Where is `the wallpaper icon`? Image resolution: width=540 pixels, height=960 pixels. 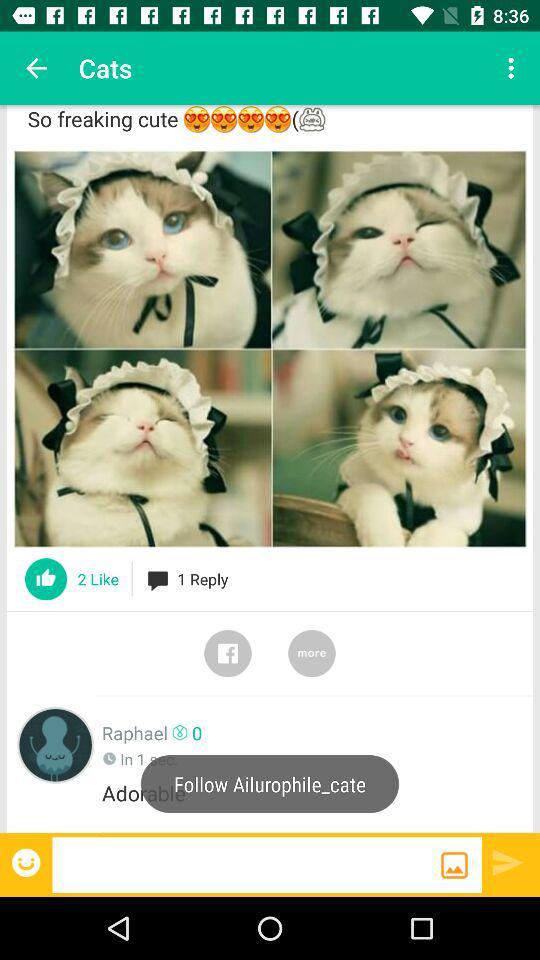 the wallpaper icon is located at coordinates (454, 864).